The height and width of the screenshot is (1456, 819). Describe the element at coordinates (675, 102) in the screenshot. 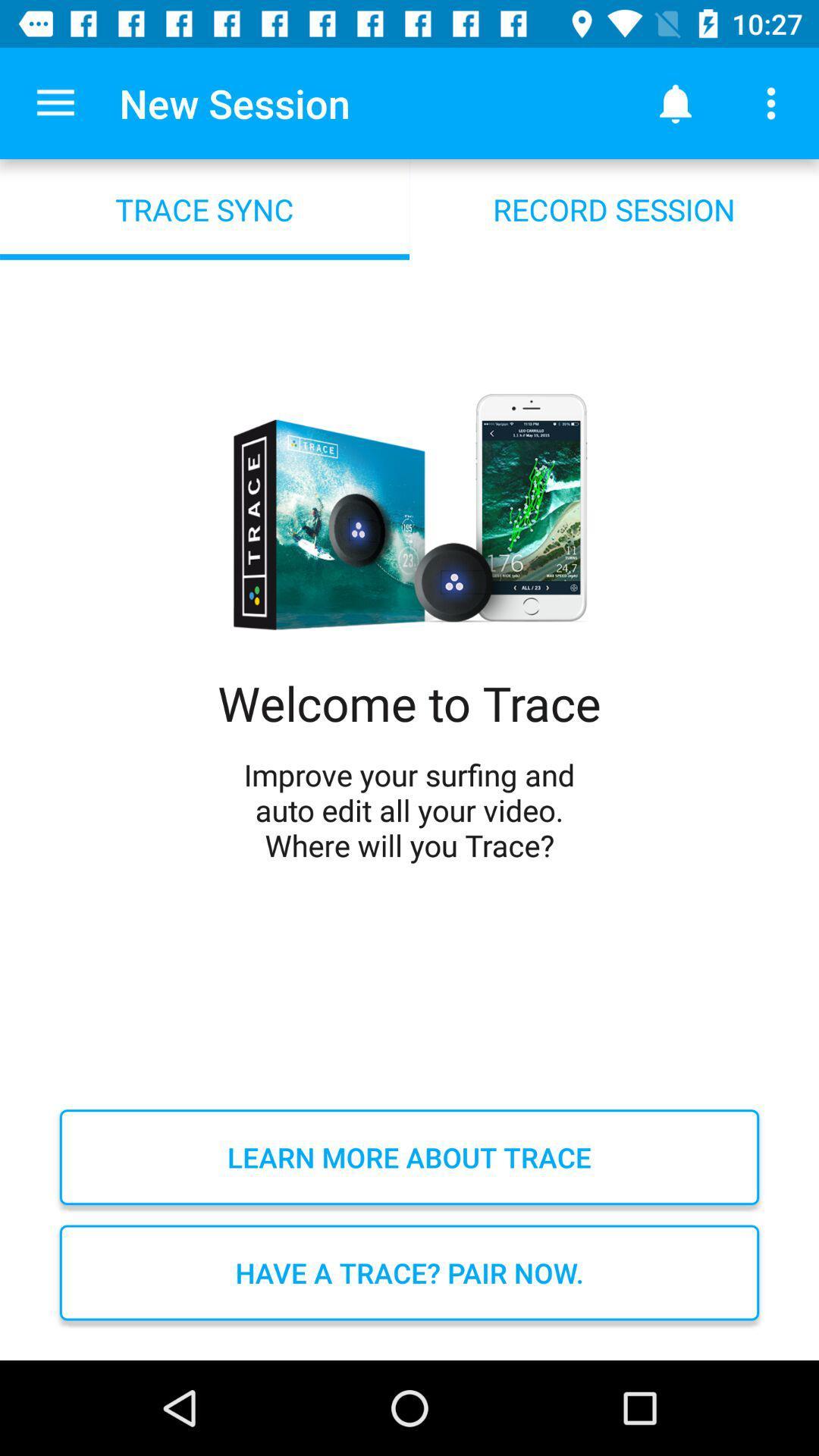

I see `the icon next to the new session item` at that location.